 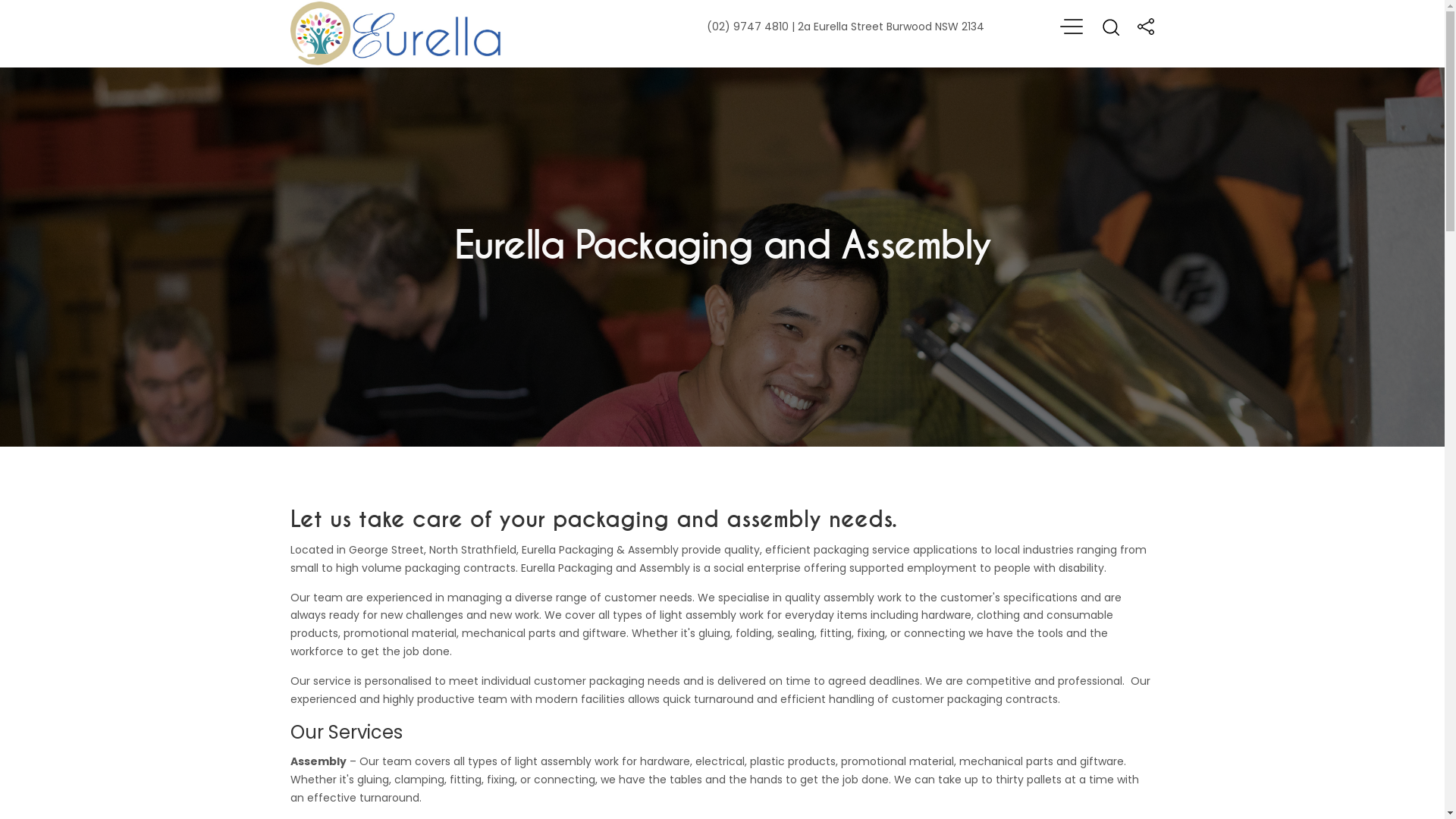 What do you see at coordinates (0, 0) in the screenshot?
I see `'Skip to main content'` at bounding box center [0, 0].